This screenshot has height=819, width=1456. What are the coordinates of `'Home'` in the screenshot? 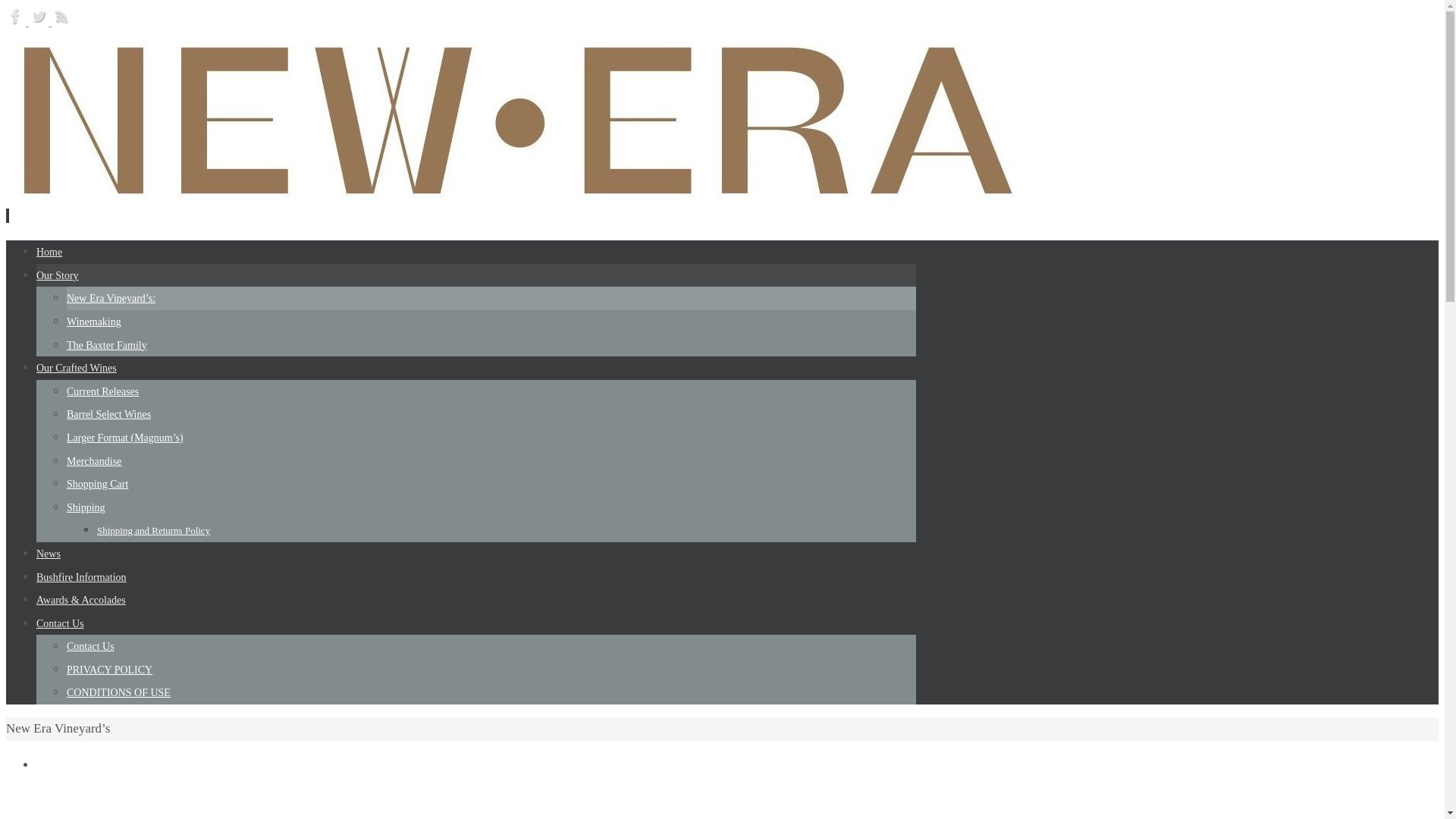 It's located at (49, 251).